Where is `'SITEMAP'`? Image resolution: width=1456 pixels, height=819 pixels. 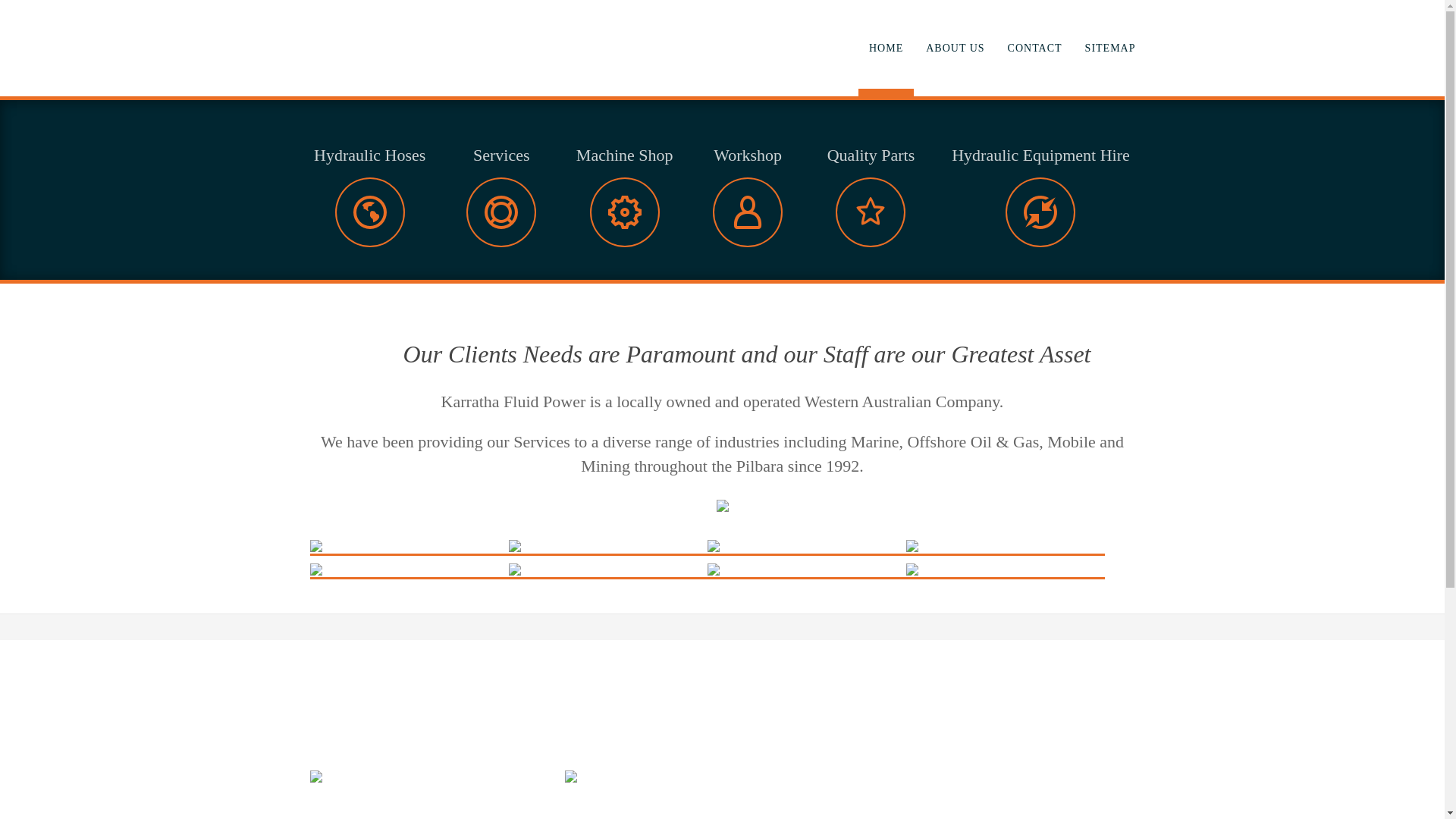 'SITEMAP' is located at coordinates (1110, 47).